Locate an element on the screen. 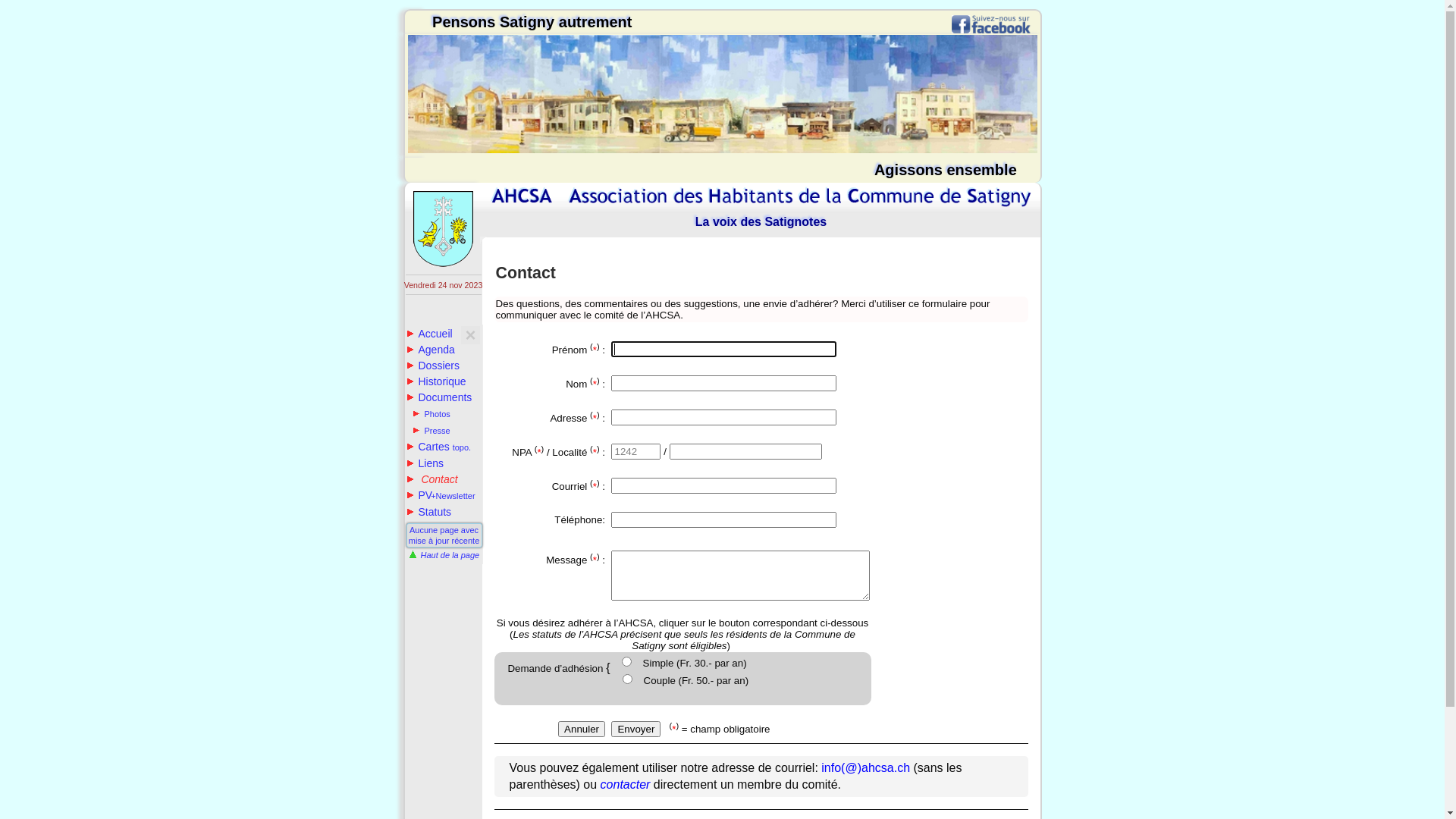 The height and width of the screenshot is (819, 1456). 'PV+Newsletter' is located at coordinates (440, 494).